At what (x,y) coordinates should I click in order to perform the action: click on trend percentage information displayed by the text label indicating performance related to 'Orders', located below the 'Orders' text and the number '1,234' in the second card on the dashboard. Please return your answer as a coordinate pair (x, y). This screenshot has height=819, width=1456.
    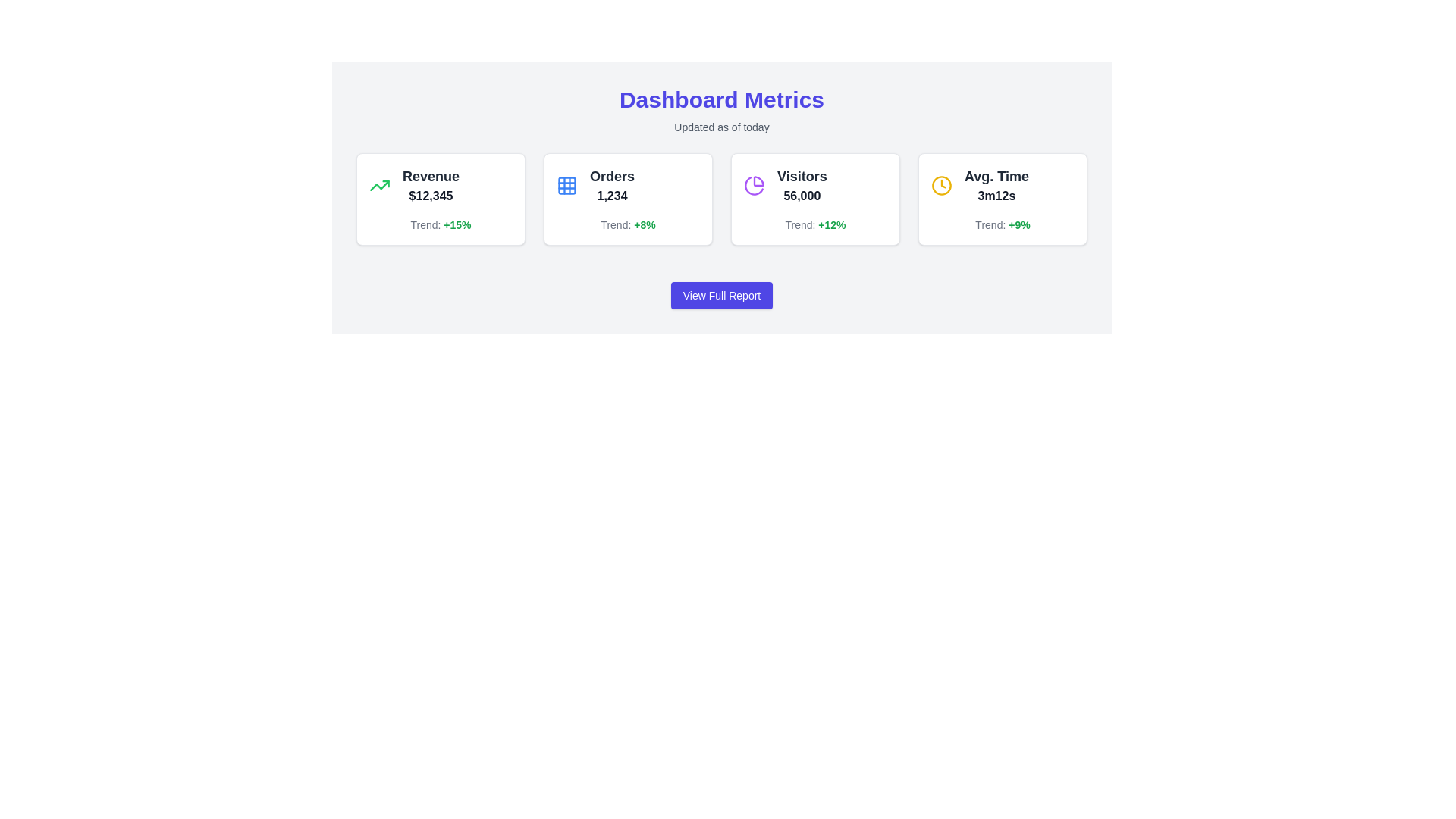
    Looking at the image, I should click on (628, 225).